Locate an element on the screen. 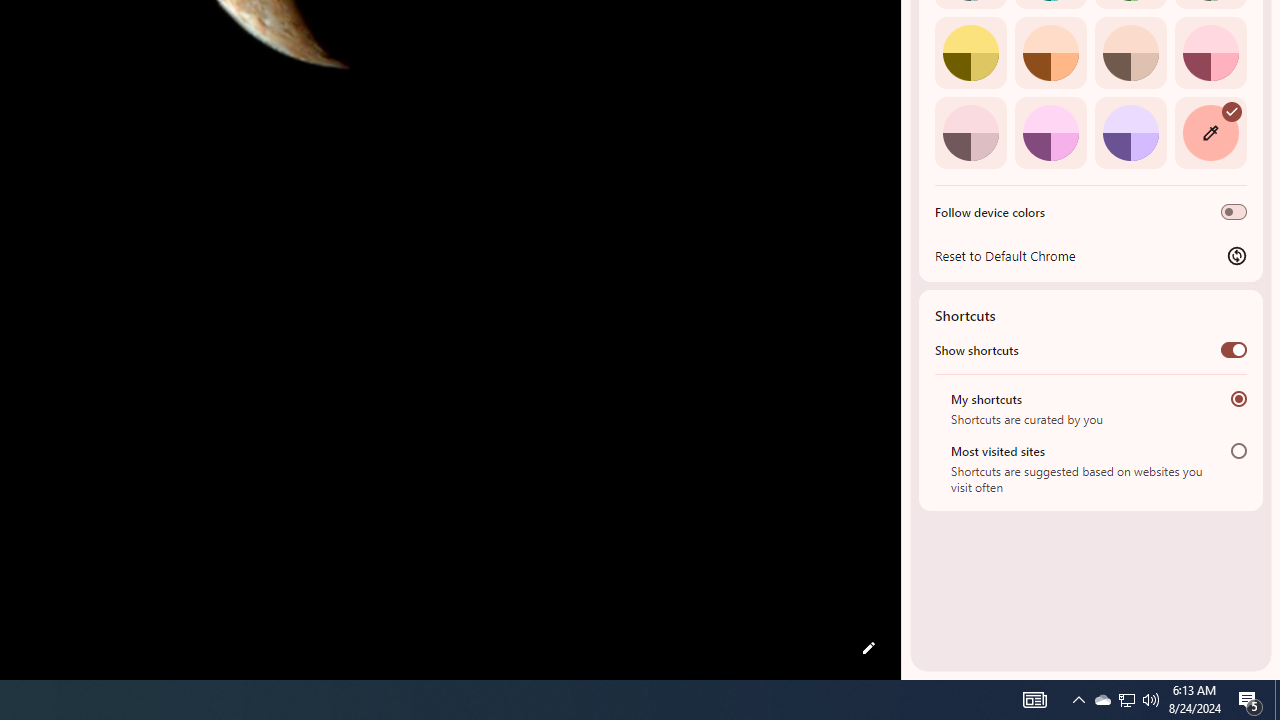 The image size is (1280, 720). 'Show shortcuts' is located at coordinates (1232, 348).